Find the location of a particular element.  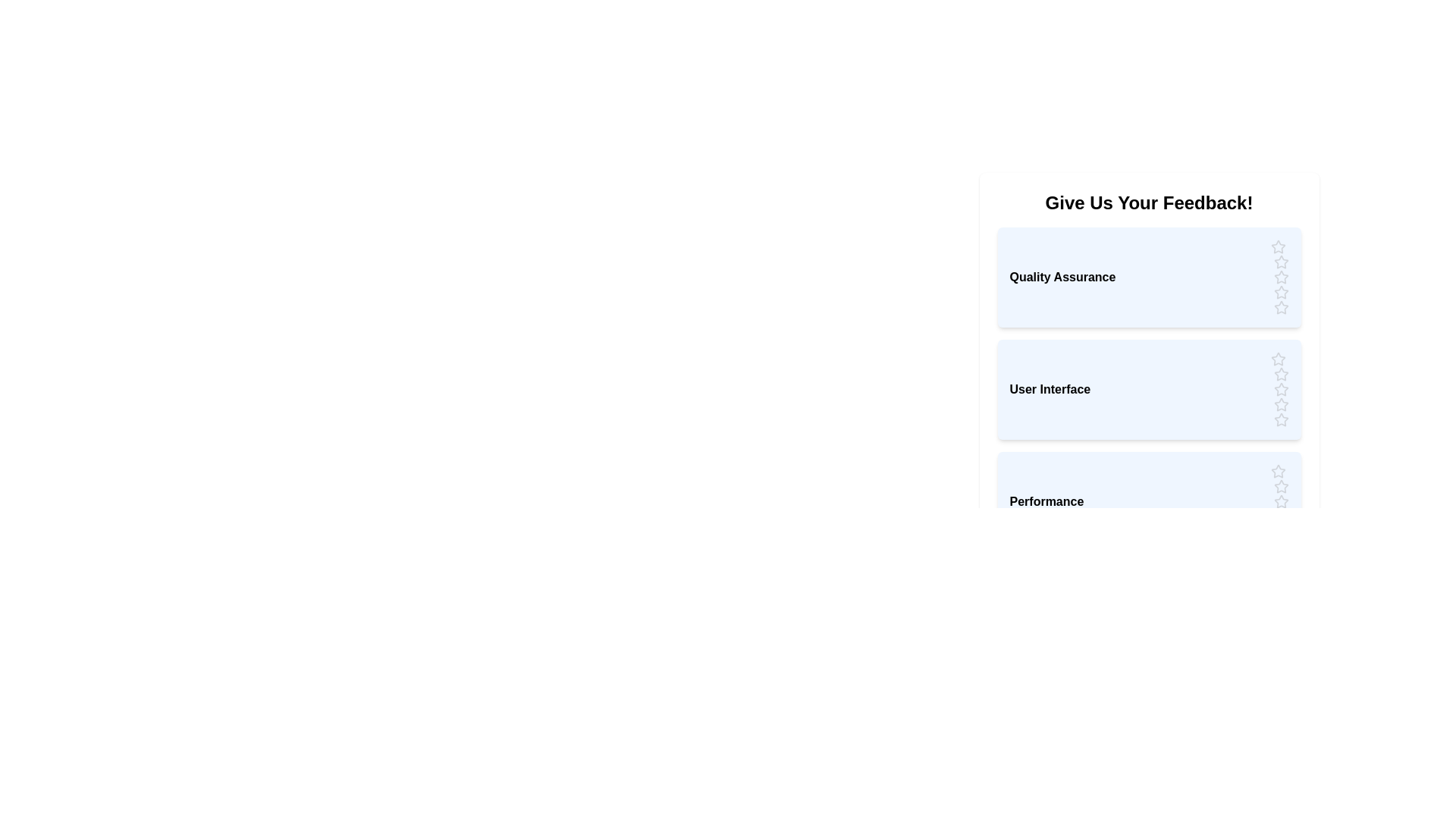

the rating for the category 'User Interface' to 3 stars is located at coordinates (1280, 388).